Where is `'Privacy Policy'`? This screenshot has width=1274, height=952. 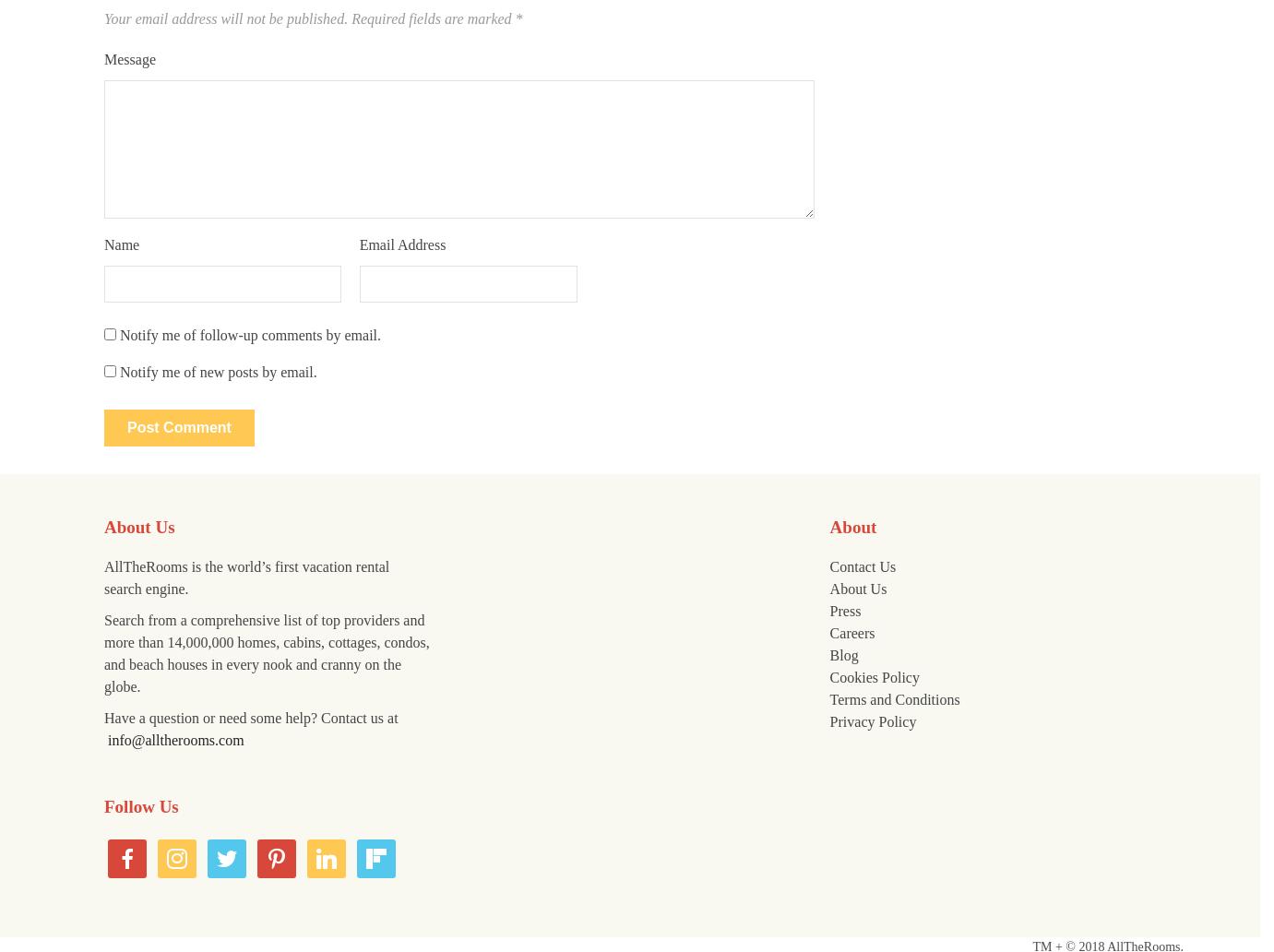
'Privacy Policy' is located at coordinates (871, 721).